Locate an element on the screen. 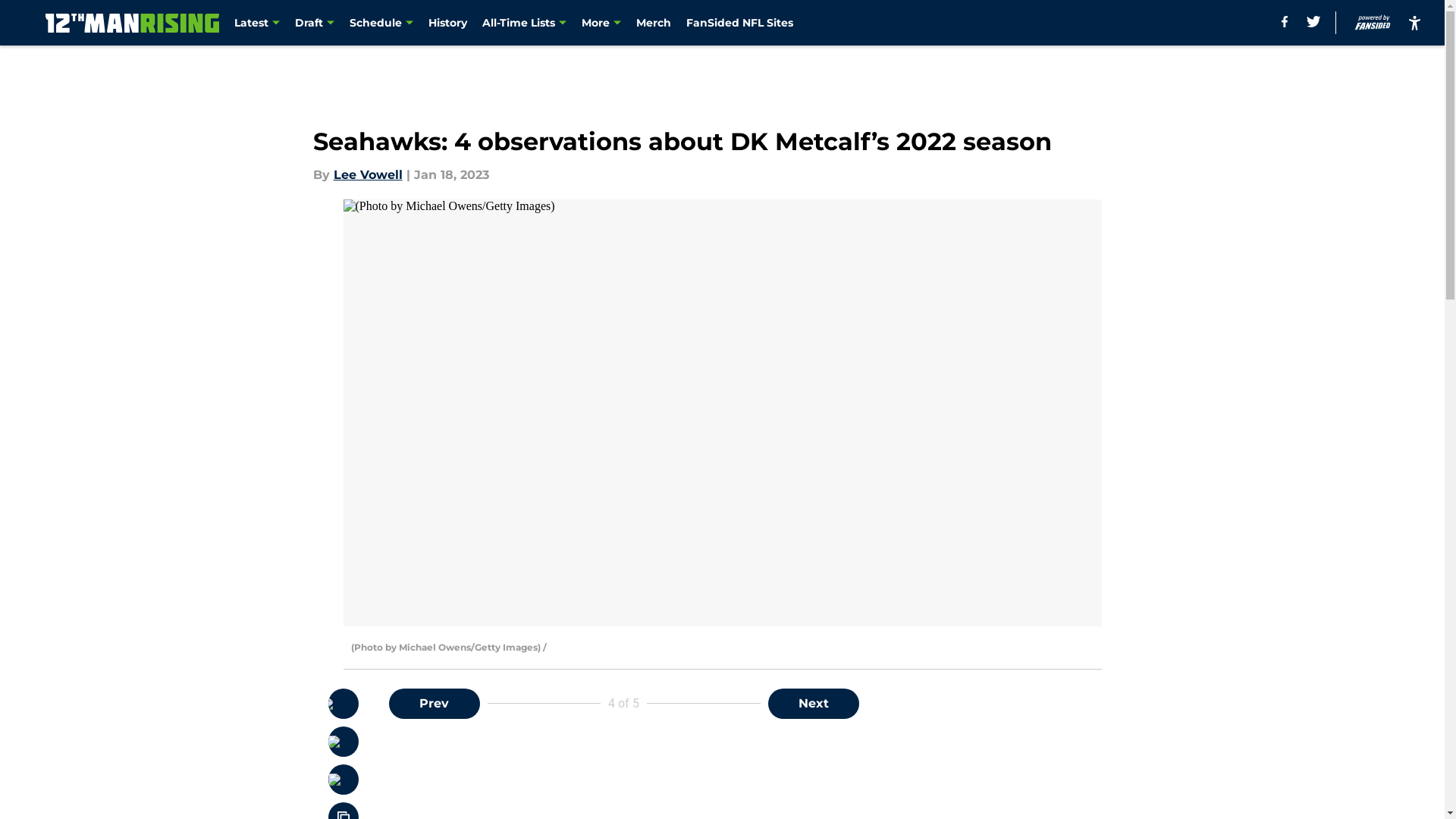 This screenshot has width=1456, height=819. 'Prev' is located at coordinates (432, 704).